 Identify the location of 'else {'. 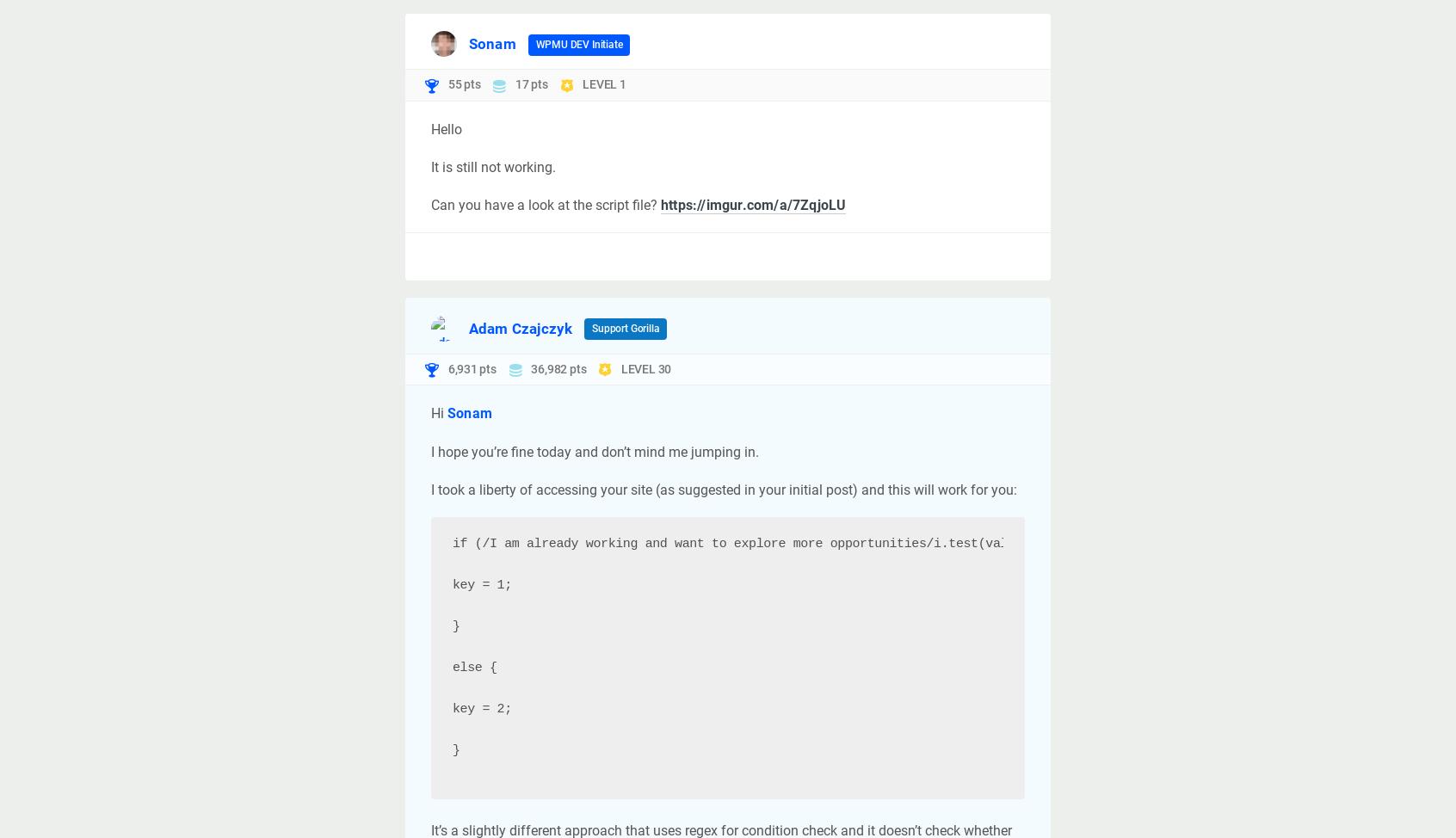
(474, 666).